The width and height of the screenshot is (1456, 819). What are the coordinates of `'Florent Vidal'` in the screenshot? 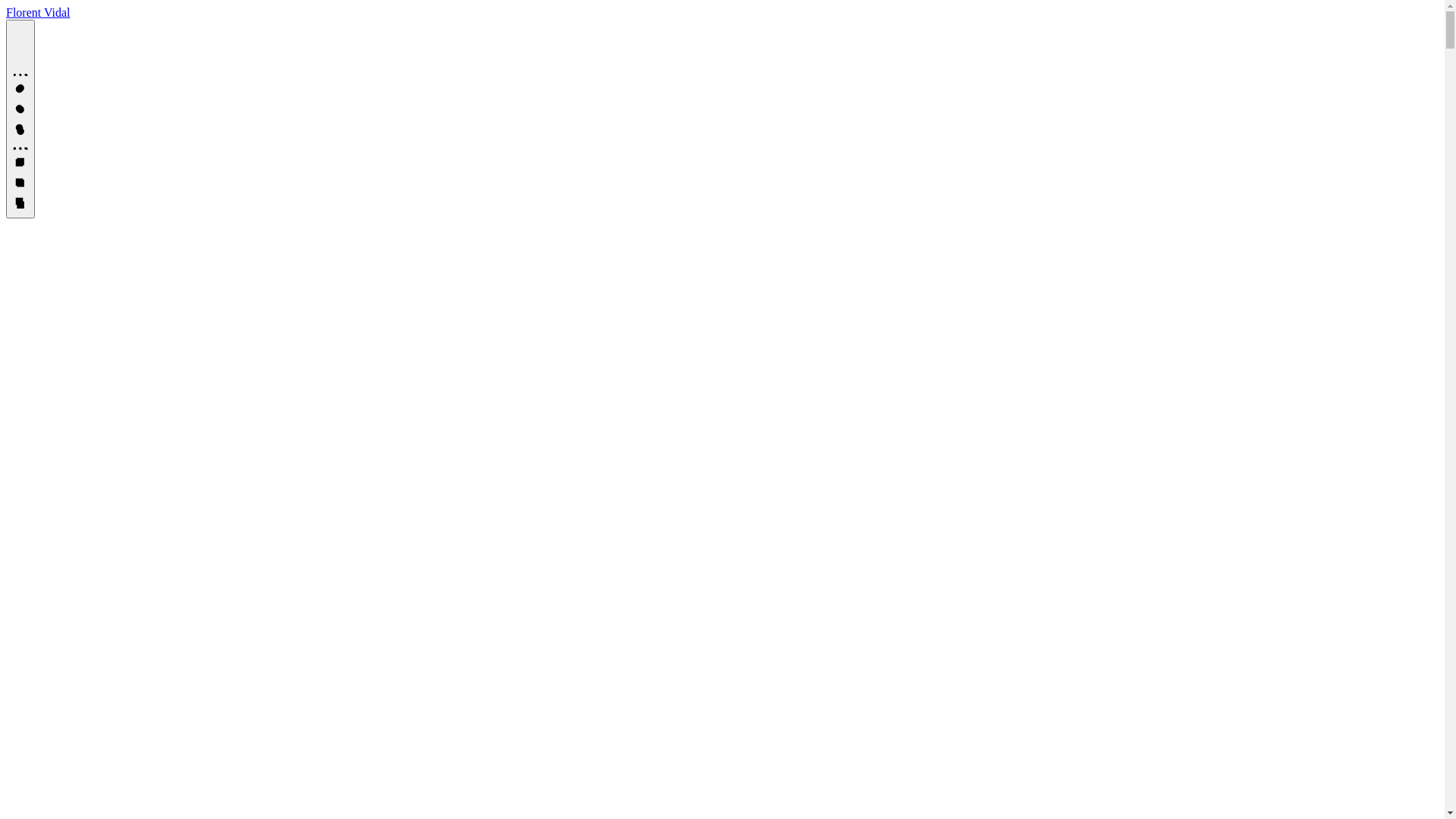 It's located at (38, 12).